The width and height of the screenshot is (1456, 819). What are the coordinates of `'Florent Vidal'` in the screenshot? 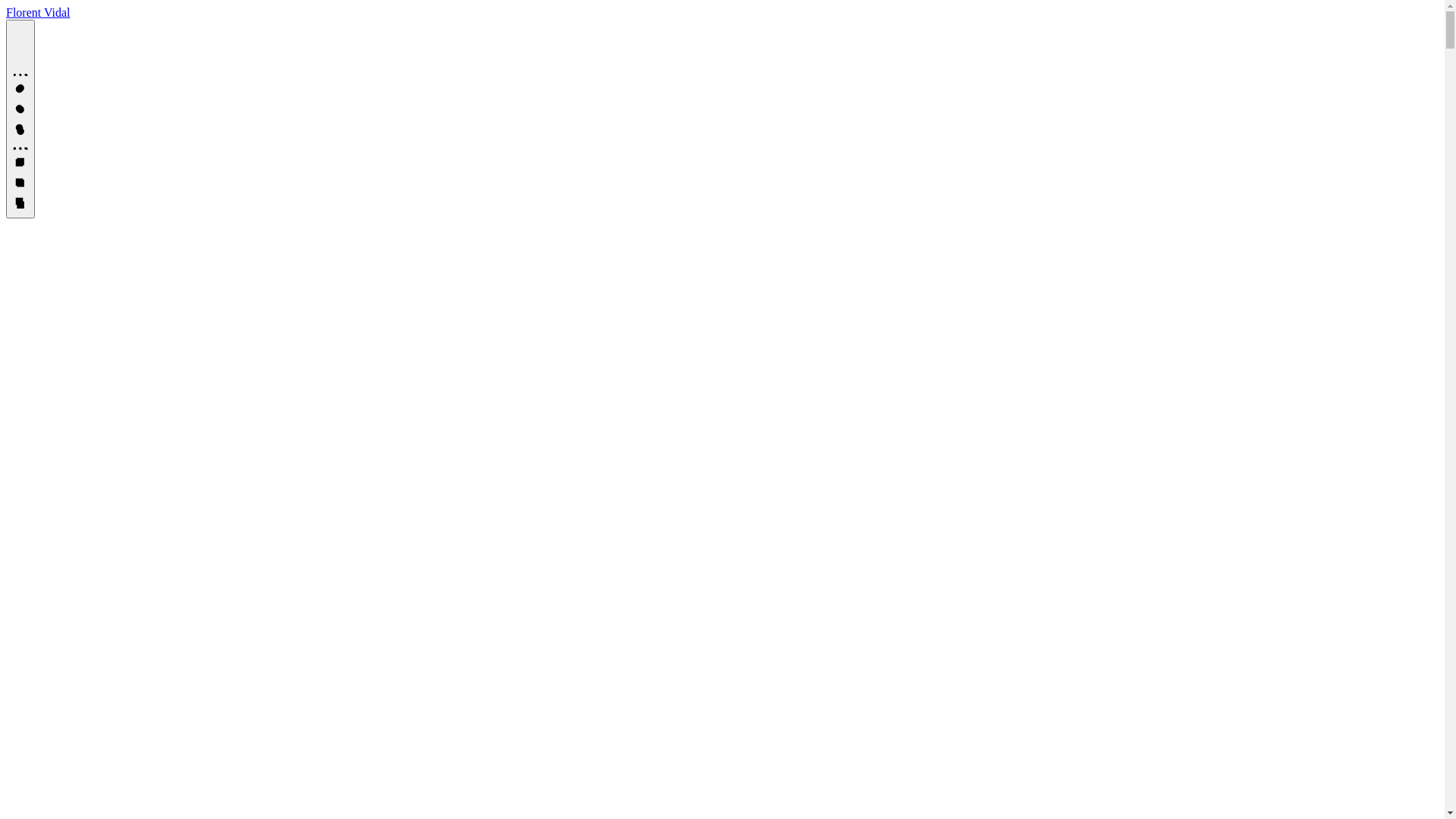 It's located at (38, 12).